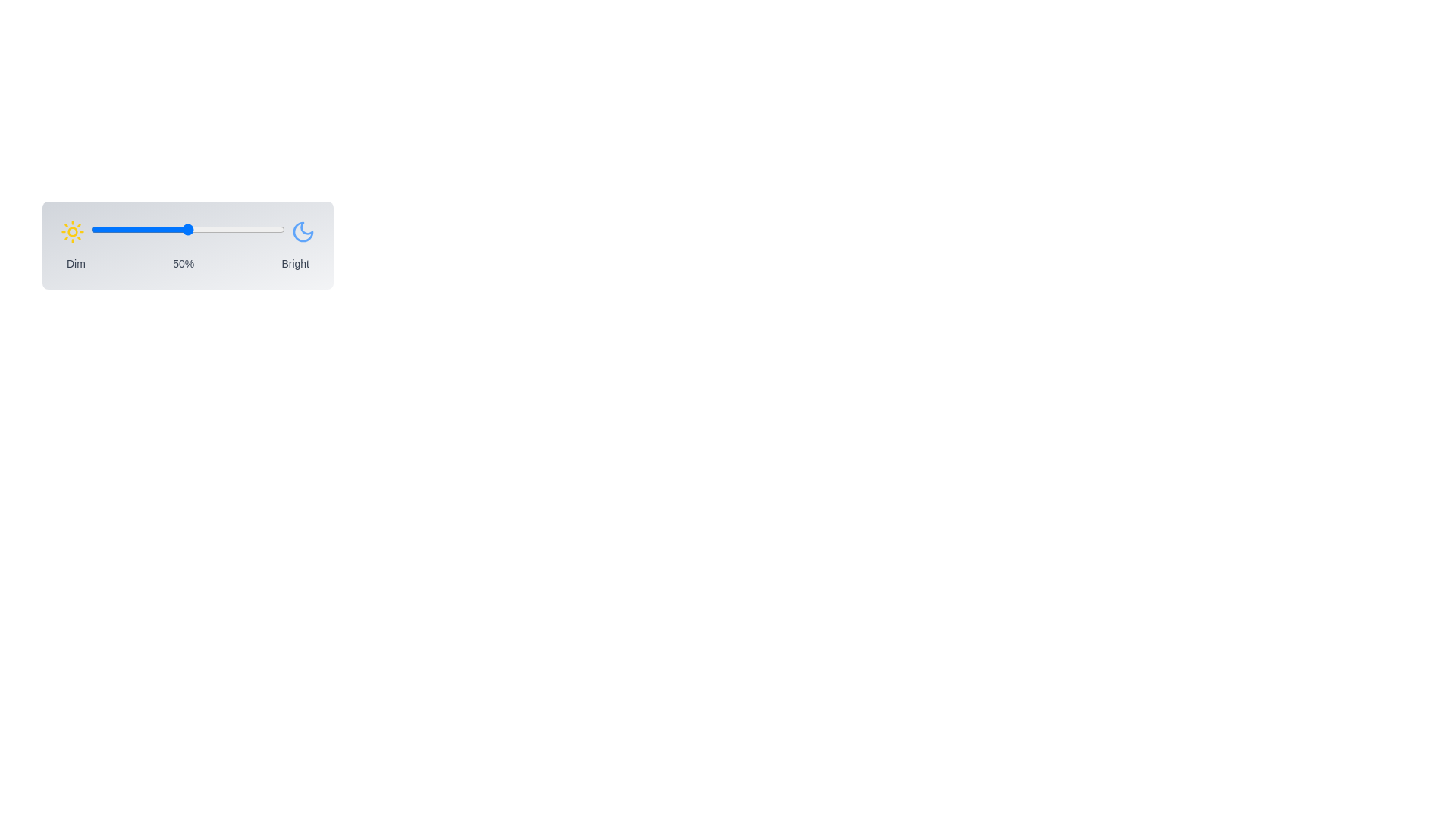  I want to click on the moon icon to toggle the lighting mode, so click(303, 231).